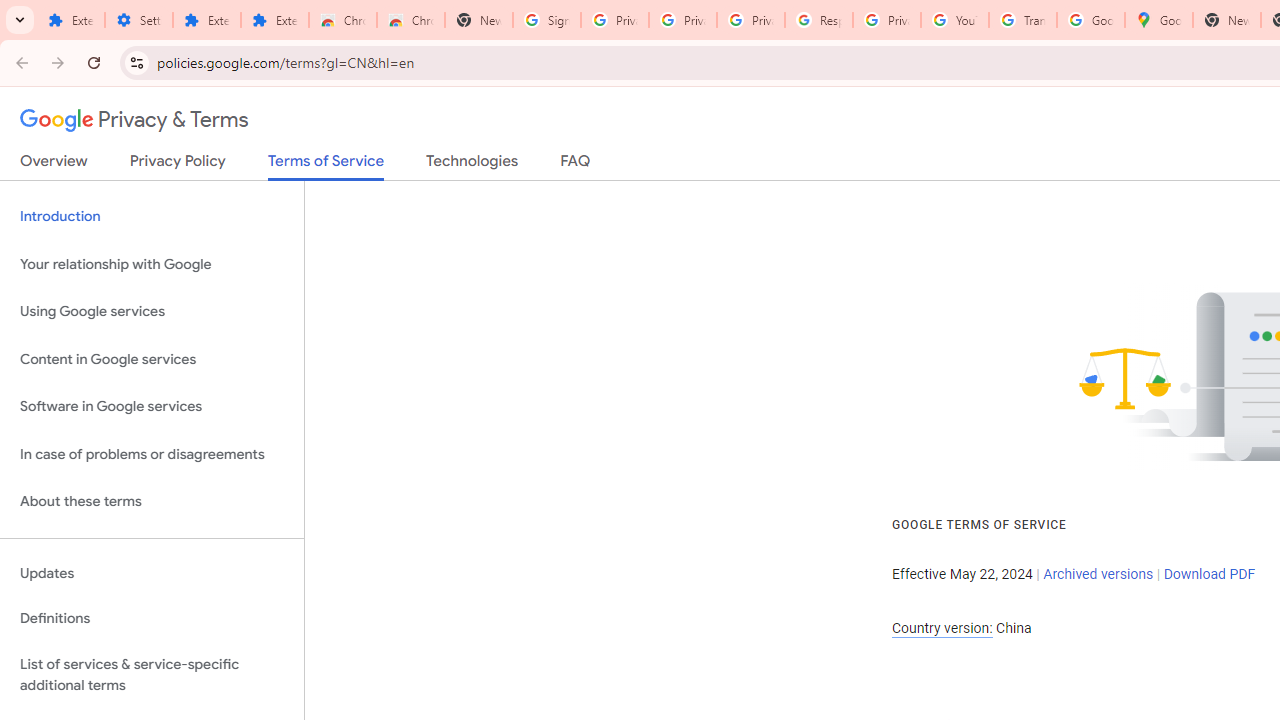 This screenshot has width=1280, height=720. Describe the element at coordinates (547, 20) in the screenshot. I see `'Sign in - Google Accounts'` at that location.